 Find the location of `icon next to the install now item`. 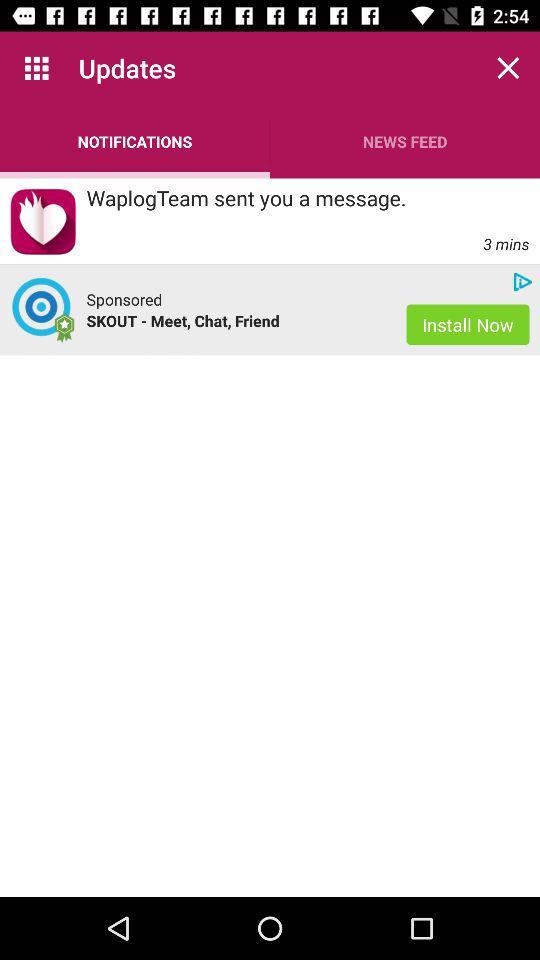

icon next to the install now item is located at coordinates (235, 320).